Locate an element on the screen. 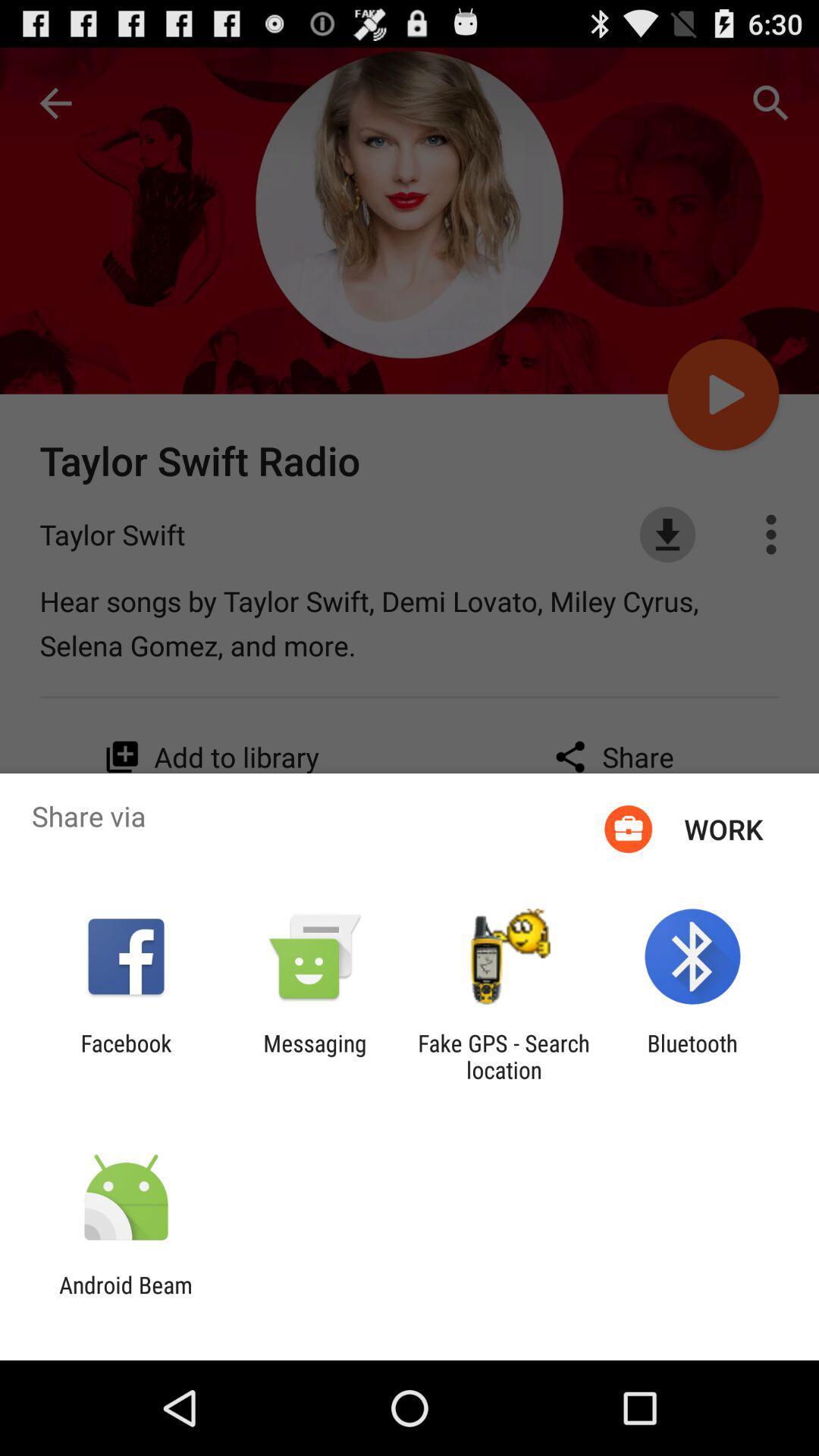 The width and height of the screenshot is (819, 1456). fake gps search is located at coordinates (504, 1056).